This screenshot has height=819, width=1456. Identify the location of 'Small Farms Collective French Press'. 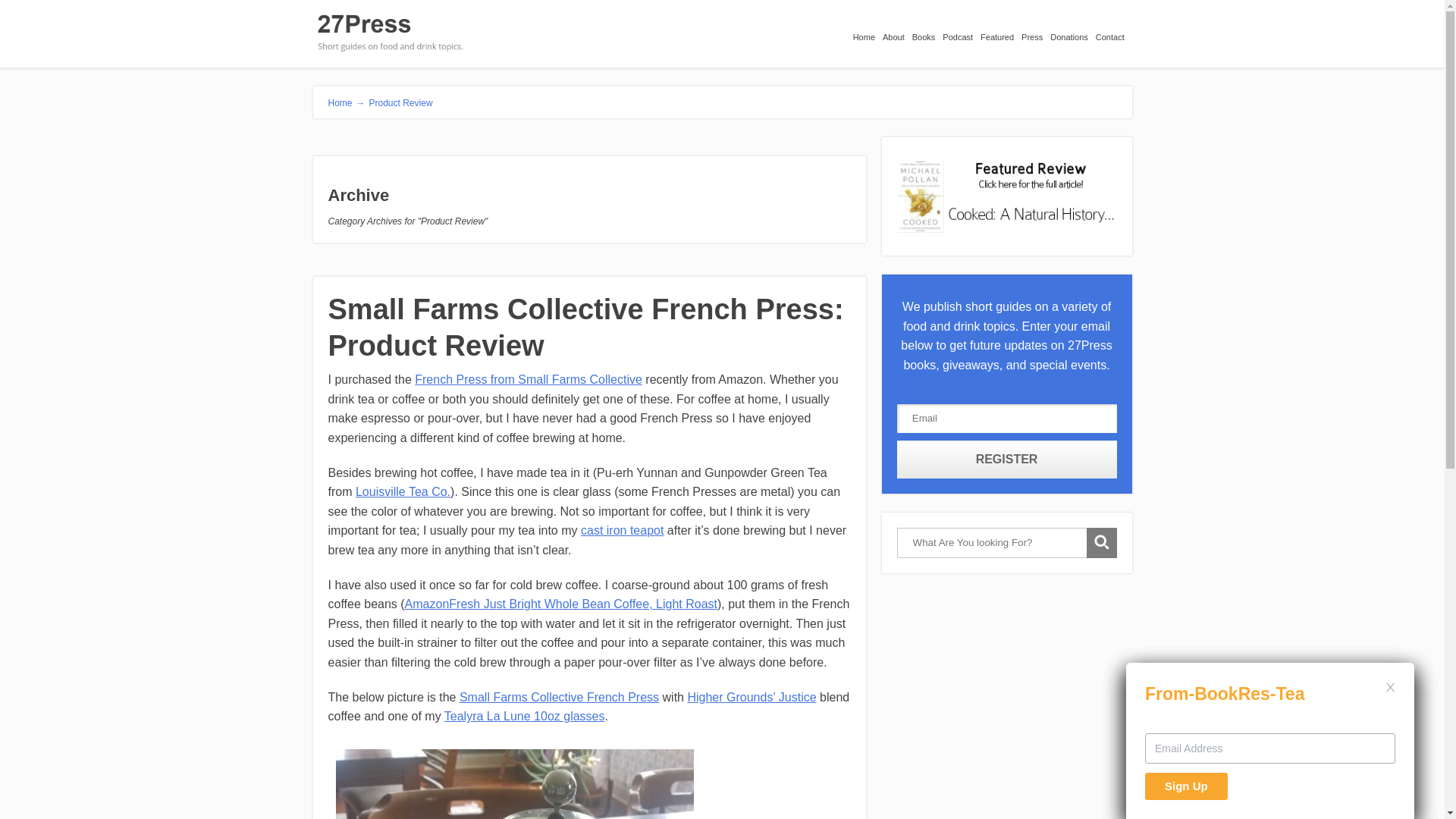
(558, 697).